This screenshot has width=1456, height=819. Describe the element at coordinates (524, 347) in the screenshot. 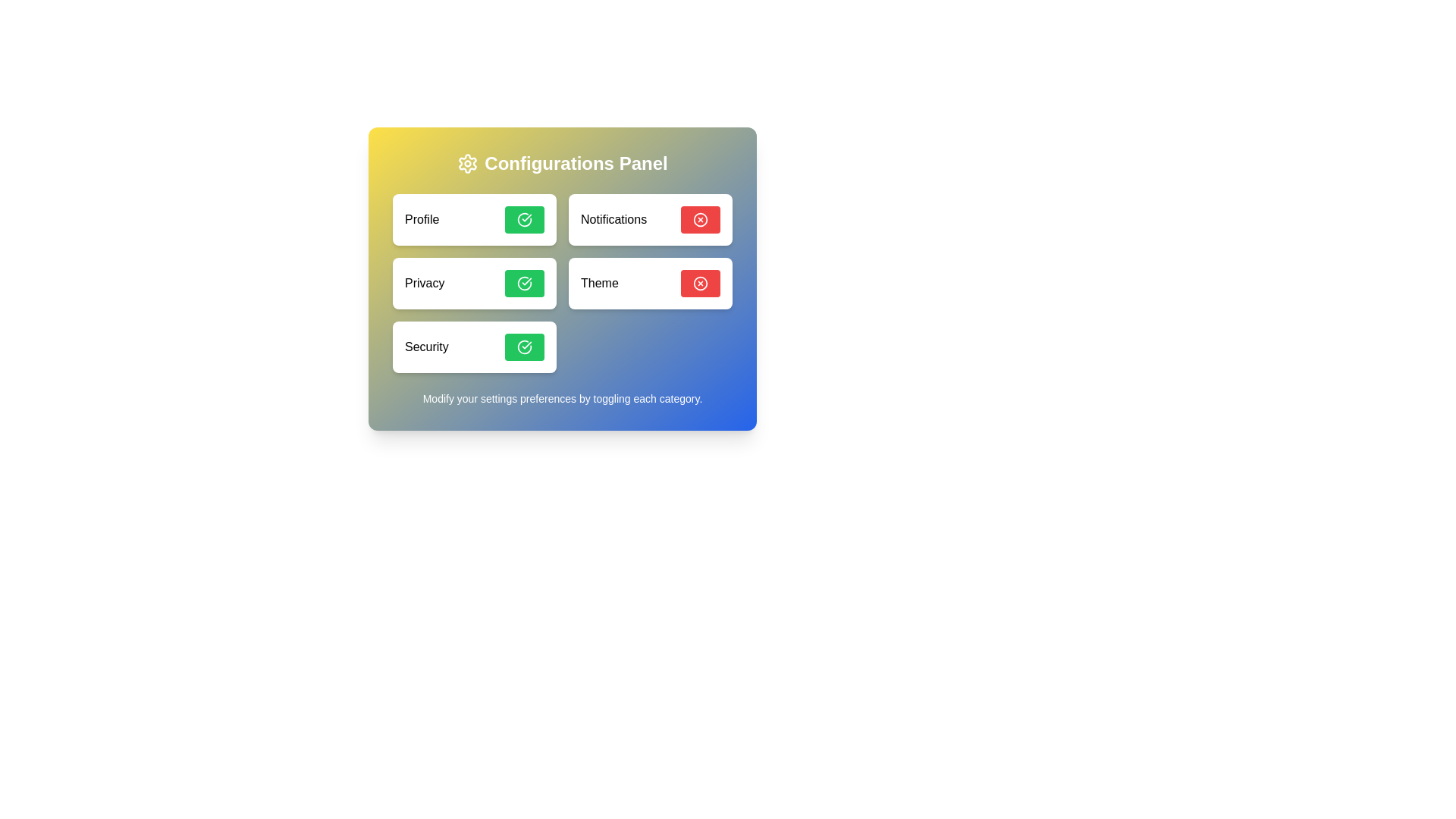

I see `the green checkmark icon in the bottom-left quadrant of the configuration panel to confirm the selection` at that location.